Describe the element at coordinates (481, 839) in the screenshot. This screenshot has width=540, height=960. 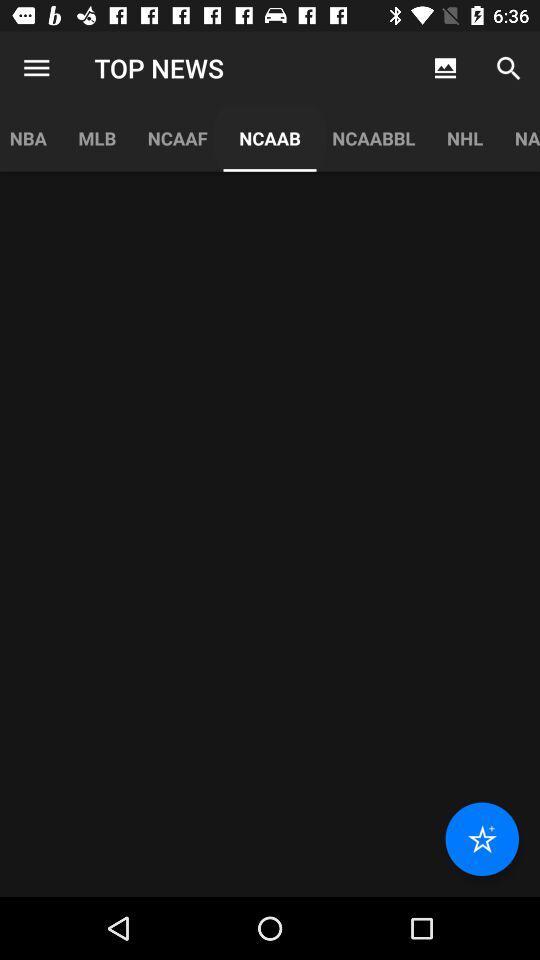
I see `the star icon` at that location.